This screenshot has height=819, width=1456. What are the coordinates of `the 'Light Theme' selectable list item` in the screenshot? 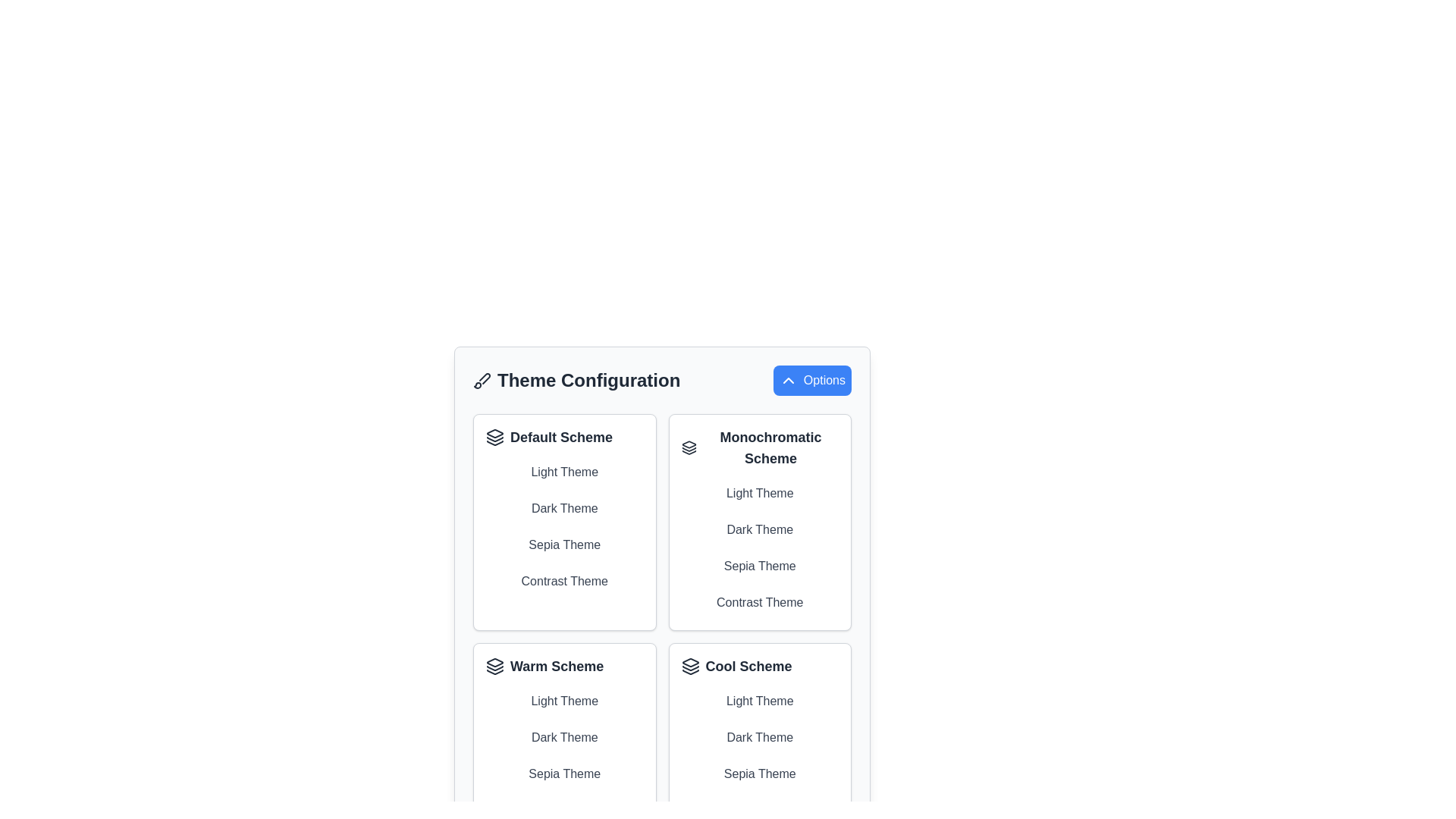 It's located at (760, 494).